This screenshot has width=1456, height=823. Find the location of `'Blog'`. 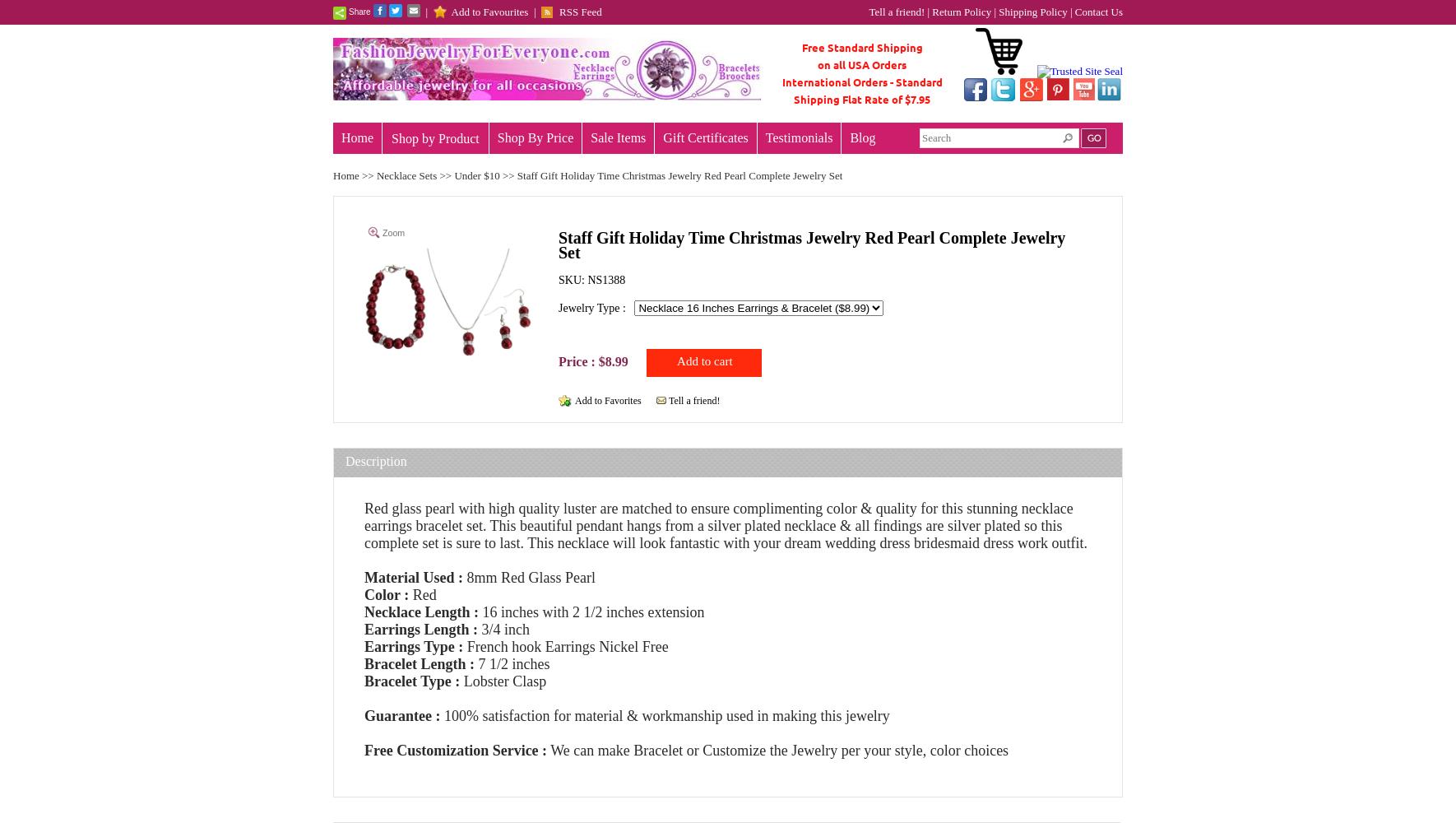

'Blog' is located at coordinates (862, 137).